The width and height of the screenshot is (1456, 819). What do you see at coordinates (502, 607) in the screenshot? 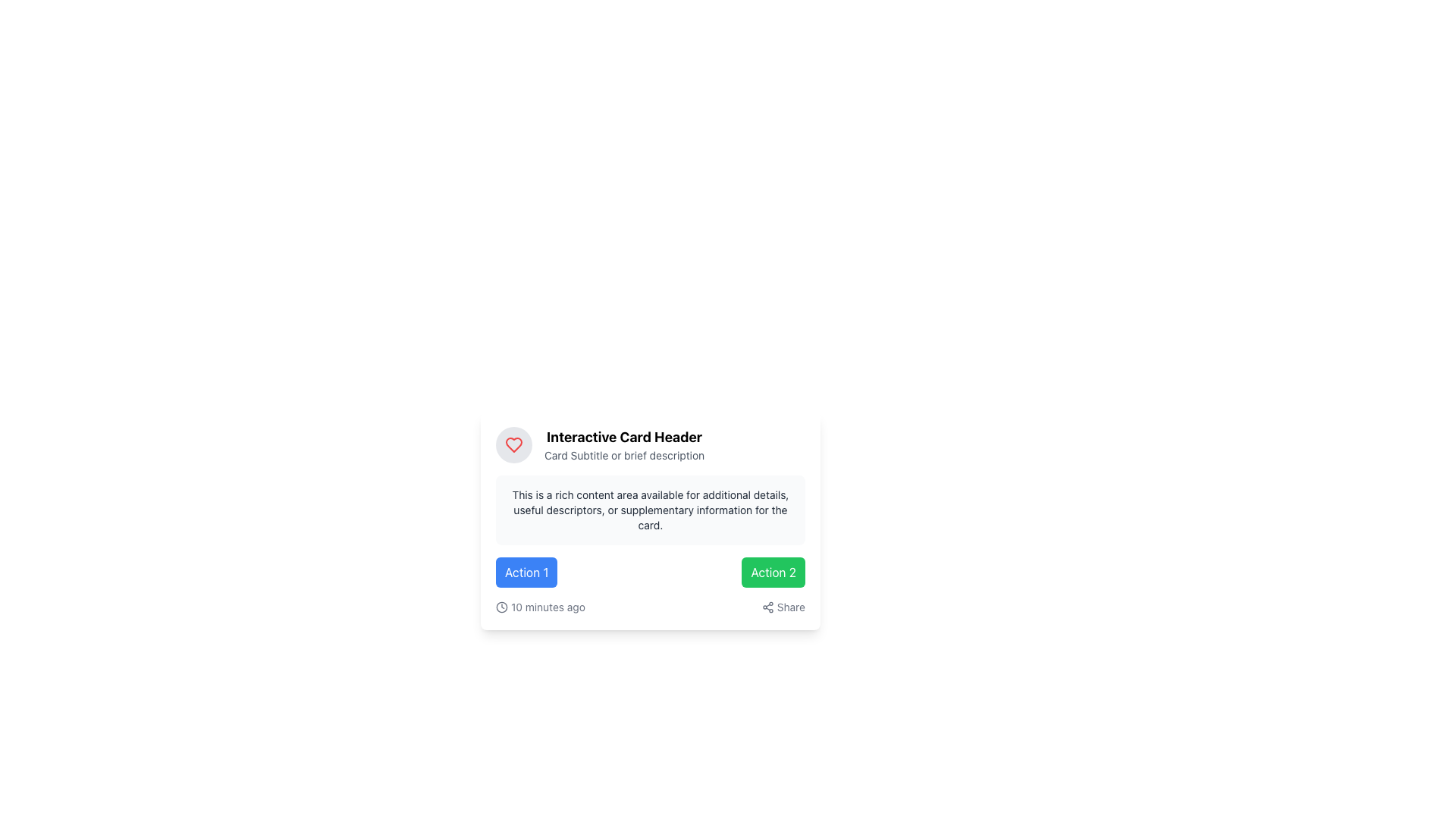
I see `visual details of the circle representing the frame of the clock icon located at the bottom-left of the card component` at bounding box center [502, 607].